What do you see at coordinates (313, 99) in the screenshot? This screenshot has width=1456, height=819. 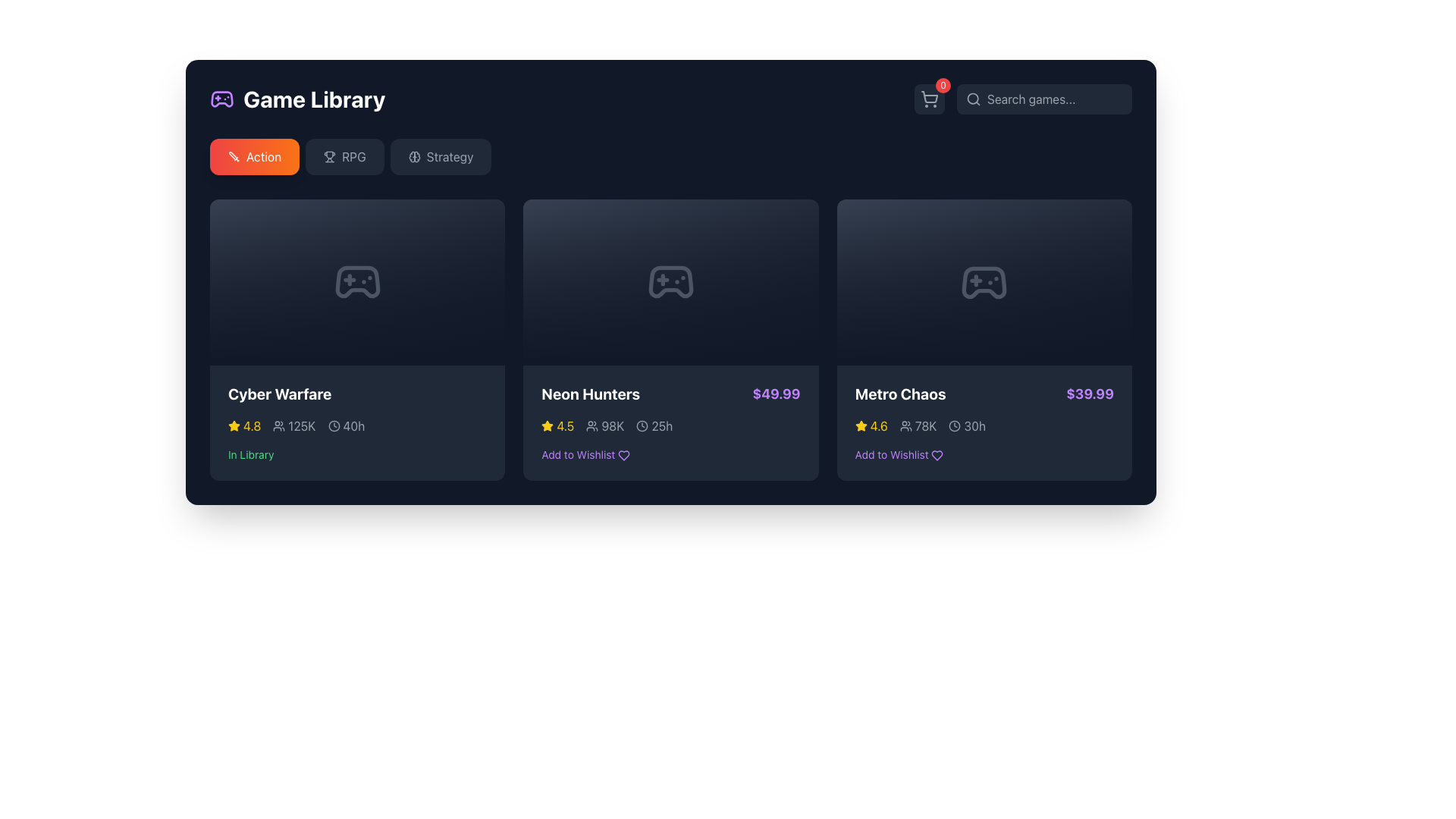 I see `the prominent white text heading displaying 'Game Library', which is positioned in the upper left section of the interface, clearly visible next to a purple gamepad icon` at bounding box center [313, 99].